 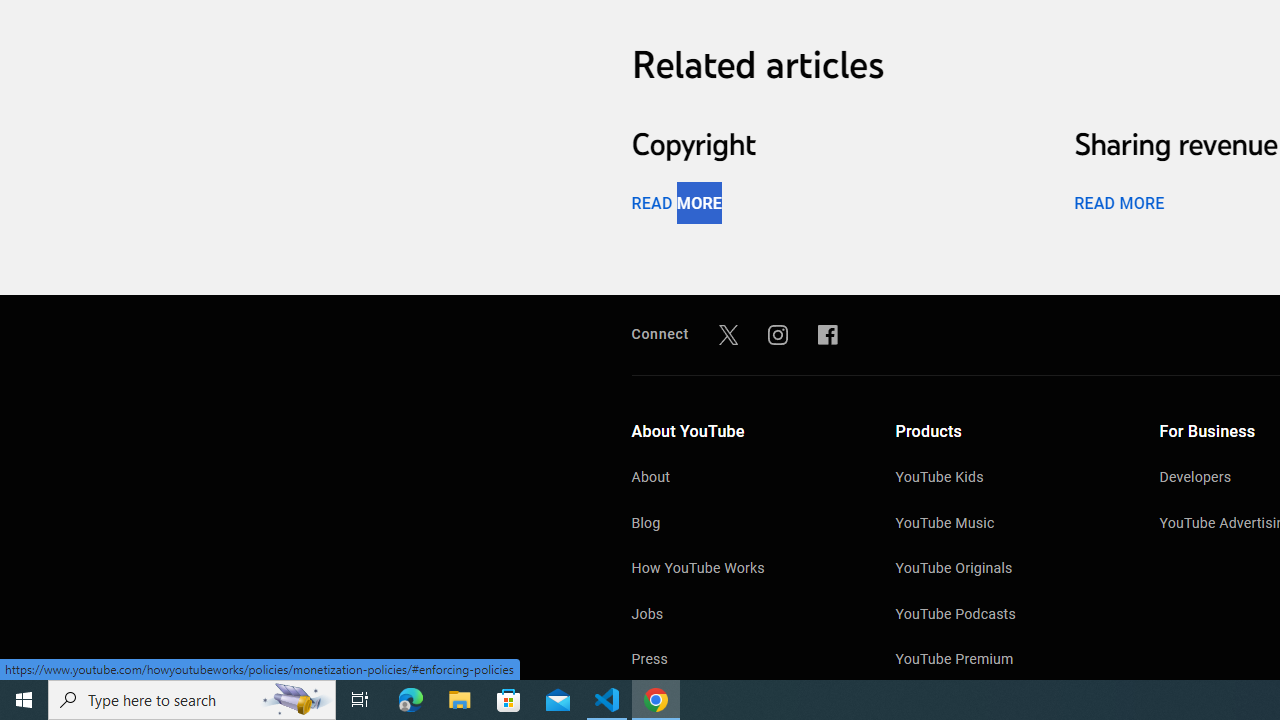 I want to click on 'YouTube Originals', so click(x=1007, y=570).